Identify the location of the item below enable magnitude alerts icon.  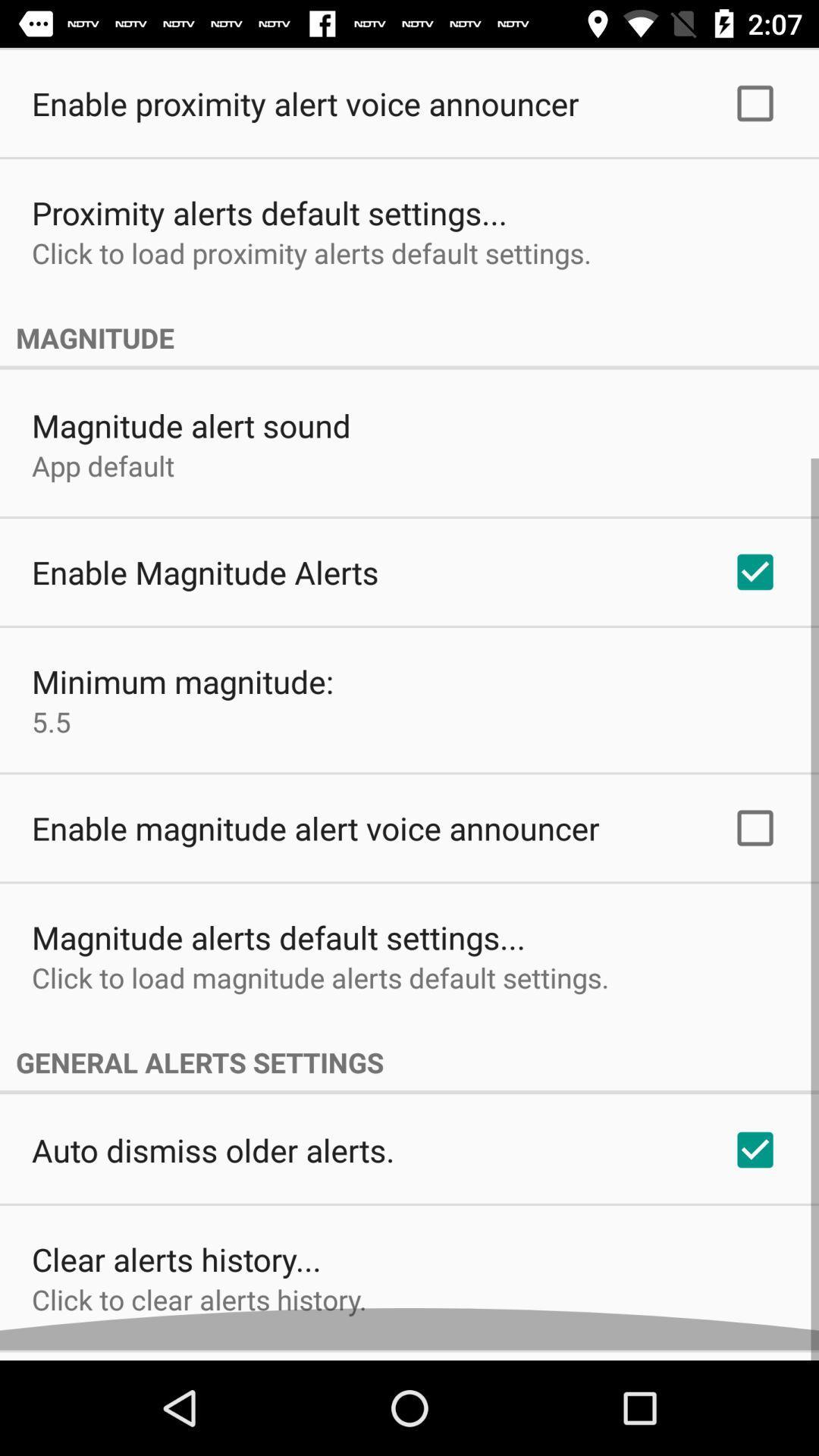
(182, 691).